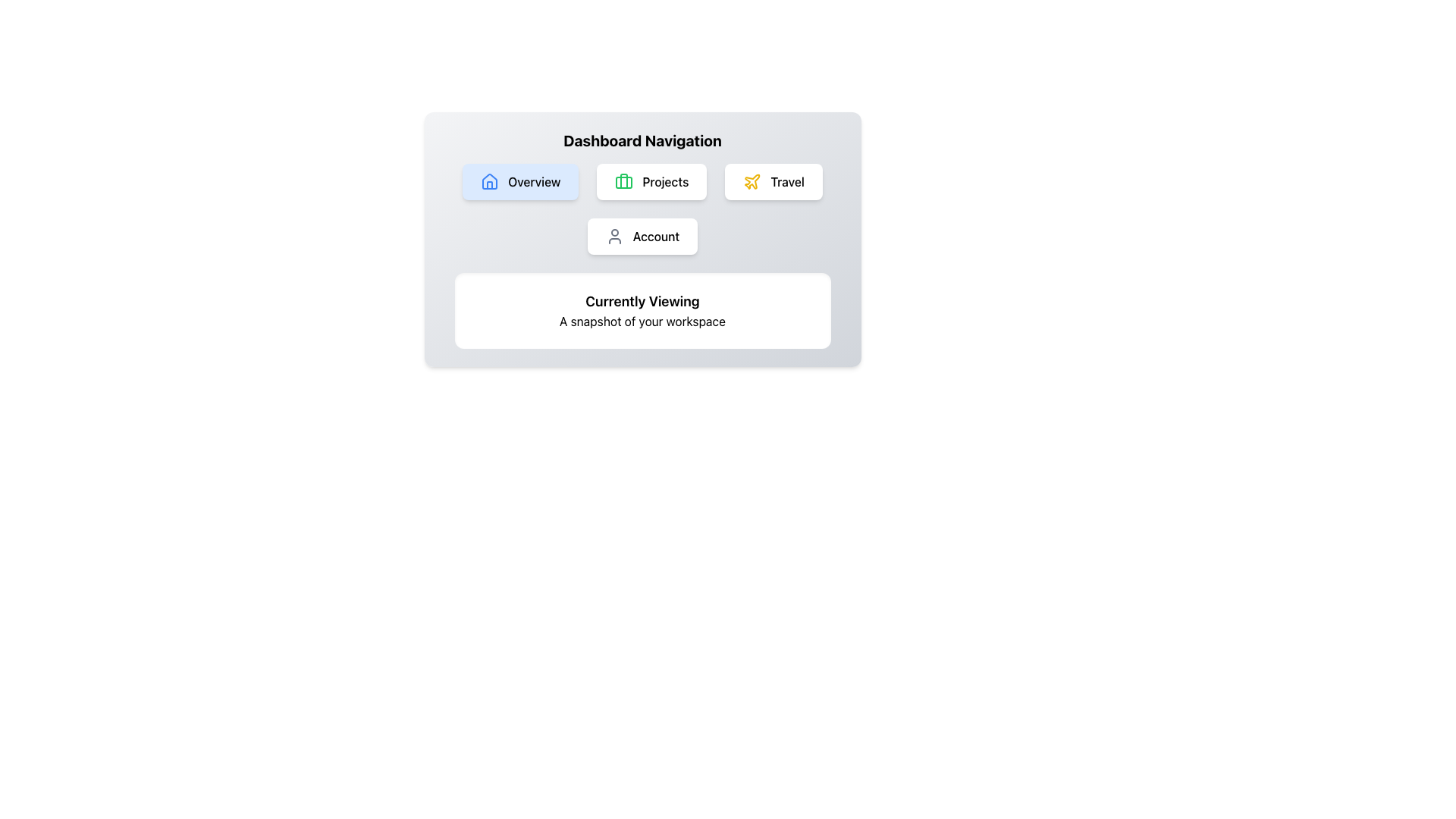 The height and width of the screenshot is (819, 1456). I want to click on the Text Label that serves as a heading or title, indicating the current state or focus of the application, centrally aligned above the smaller text 'A snapshot of your workspace', so click(642, 301).